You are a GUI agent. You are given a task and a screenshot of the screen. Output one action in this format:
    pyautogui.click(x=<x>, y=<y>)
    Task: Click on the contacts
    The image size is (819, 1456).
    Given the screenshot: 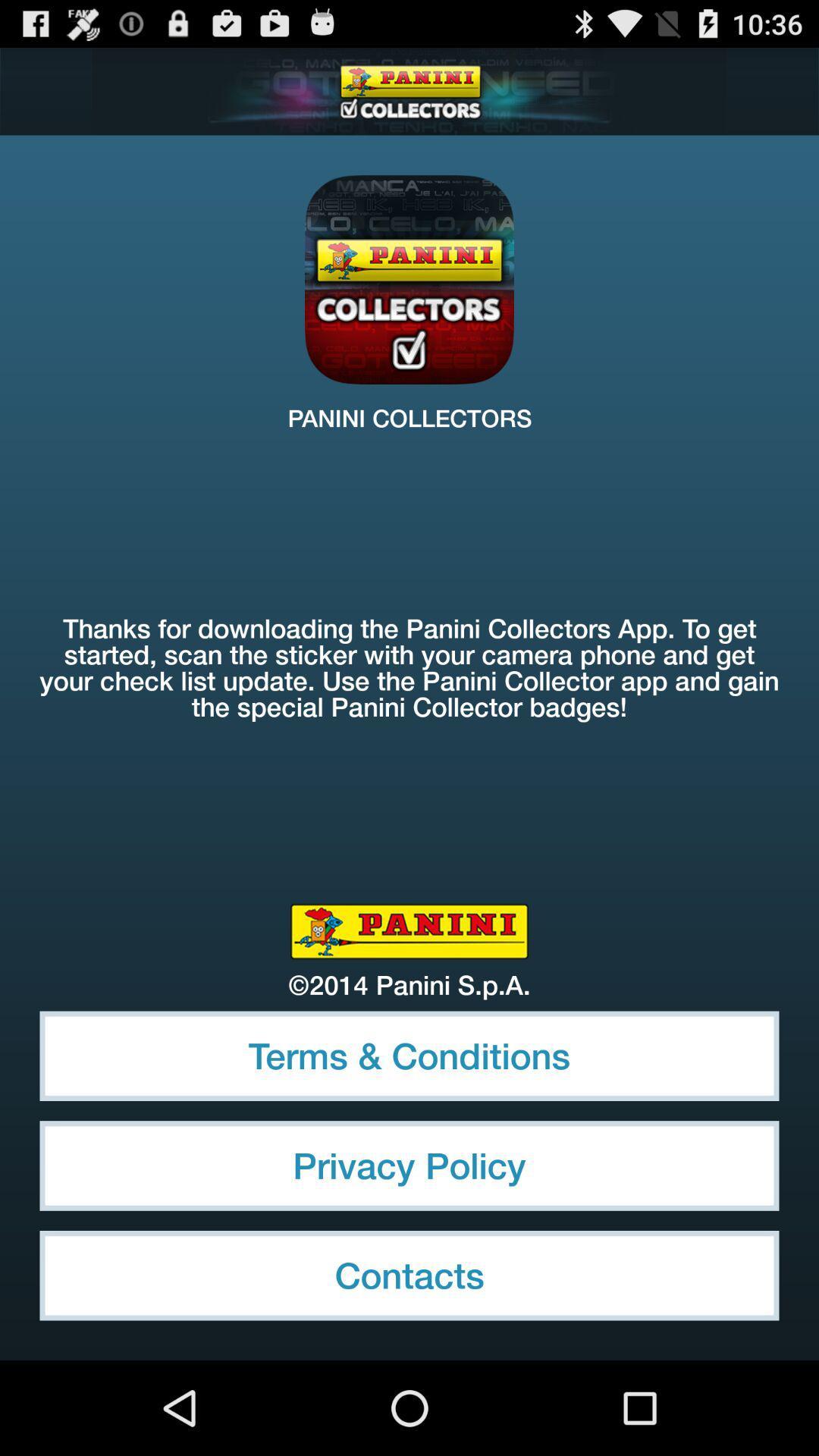 What is the action you would take?
    pyautogui.click(x=409, y=1275)
    